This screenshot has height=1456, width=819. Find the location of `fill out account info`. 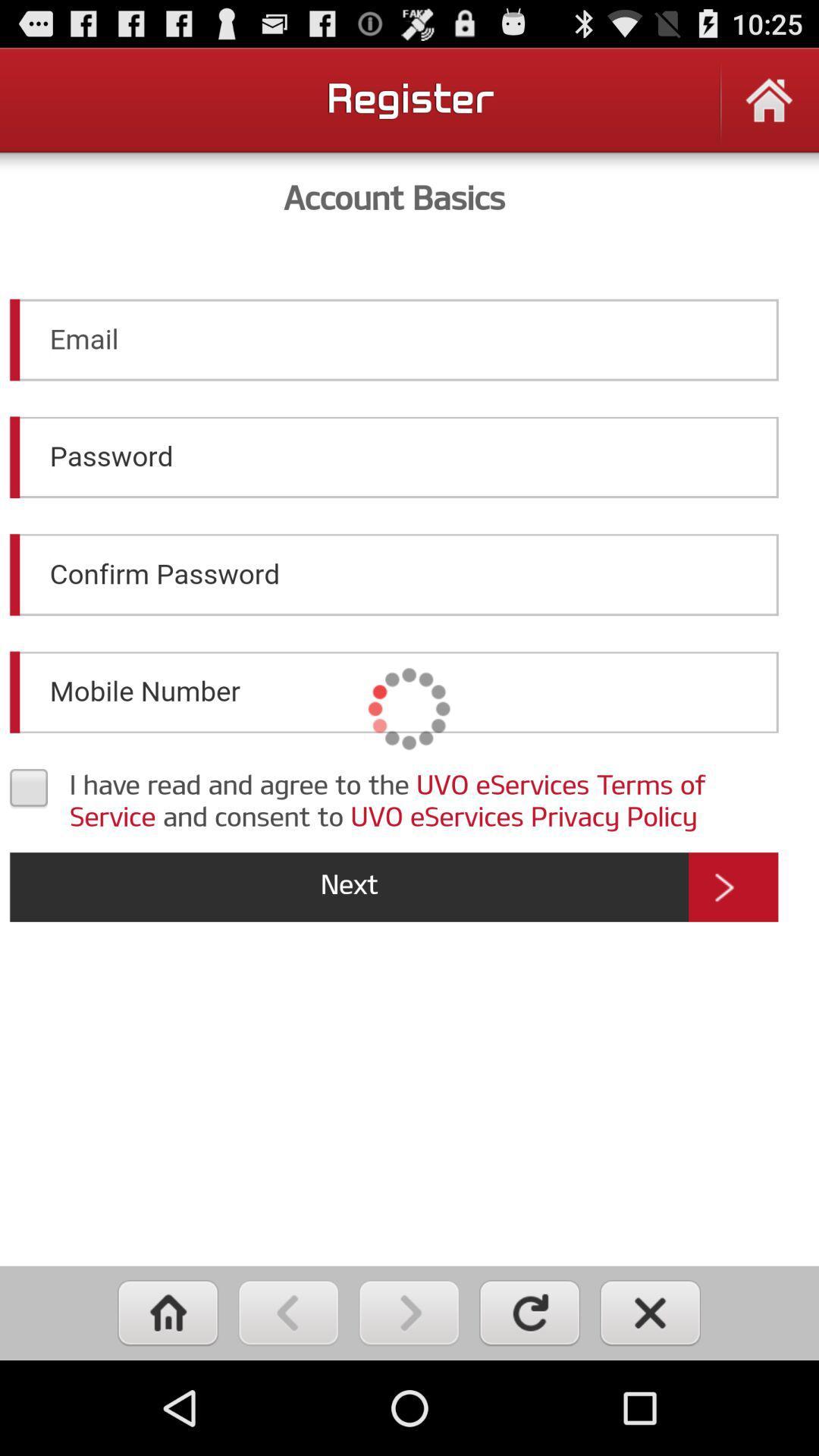

fill out account info is located at coordinates (409, 708).